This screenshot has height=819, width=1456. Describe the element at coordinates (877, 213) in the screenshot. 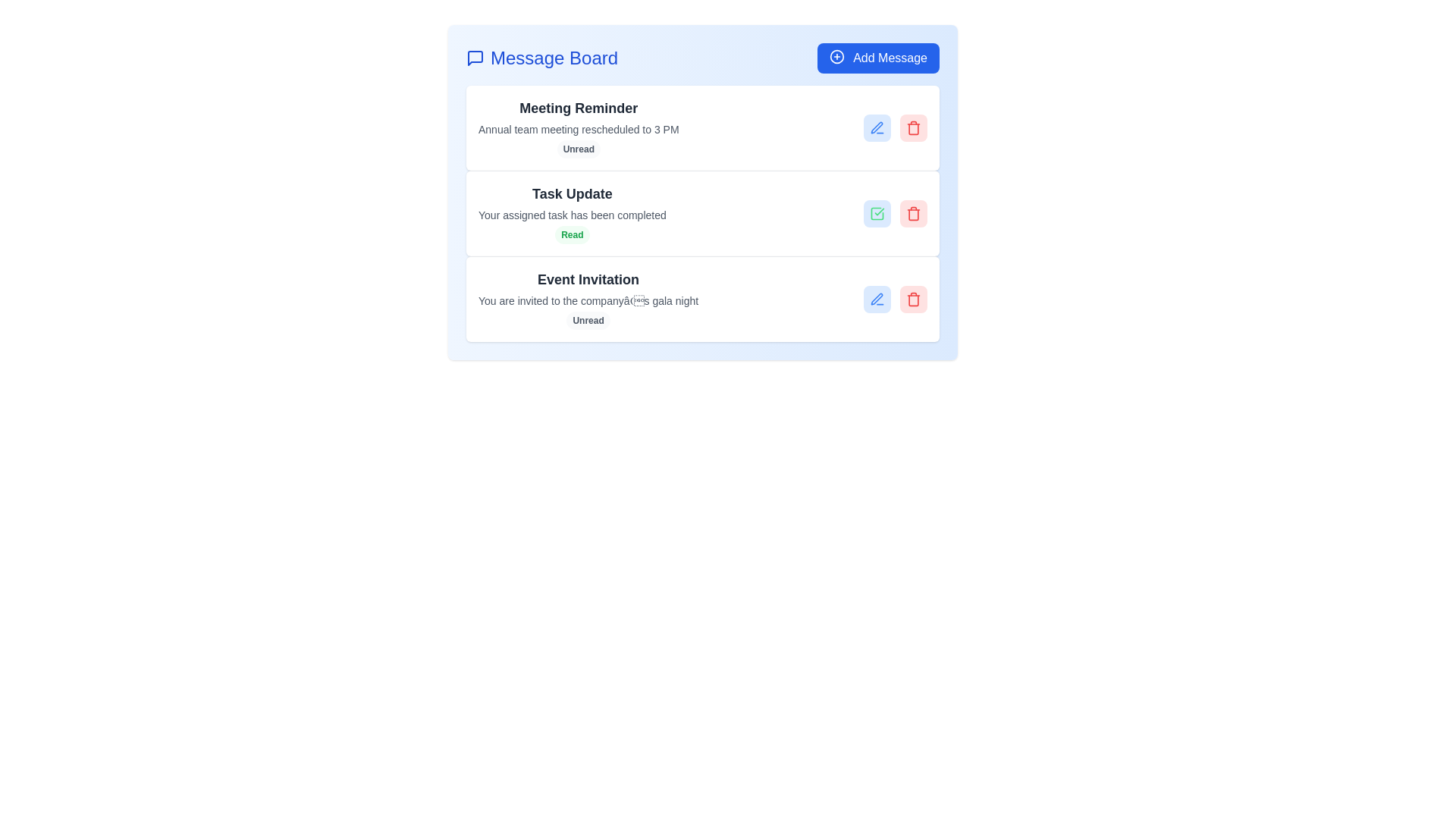

I see `the Status icon, which is a square-shaped icon with a checkmark inside, styled with a green outline and a white background, located to the right of the 'Task Update' text in the 'Message Board' section` at that location.